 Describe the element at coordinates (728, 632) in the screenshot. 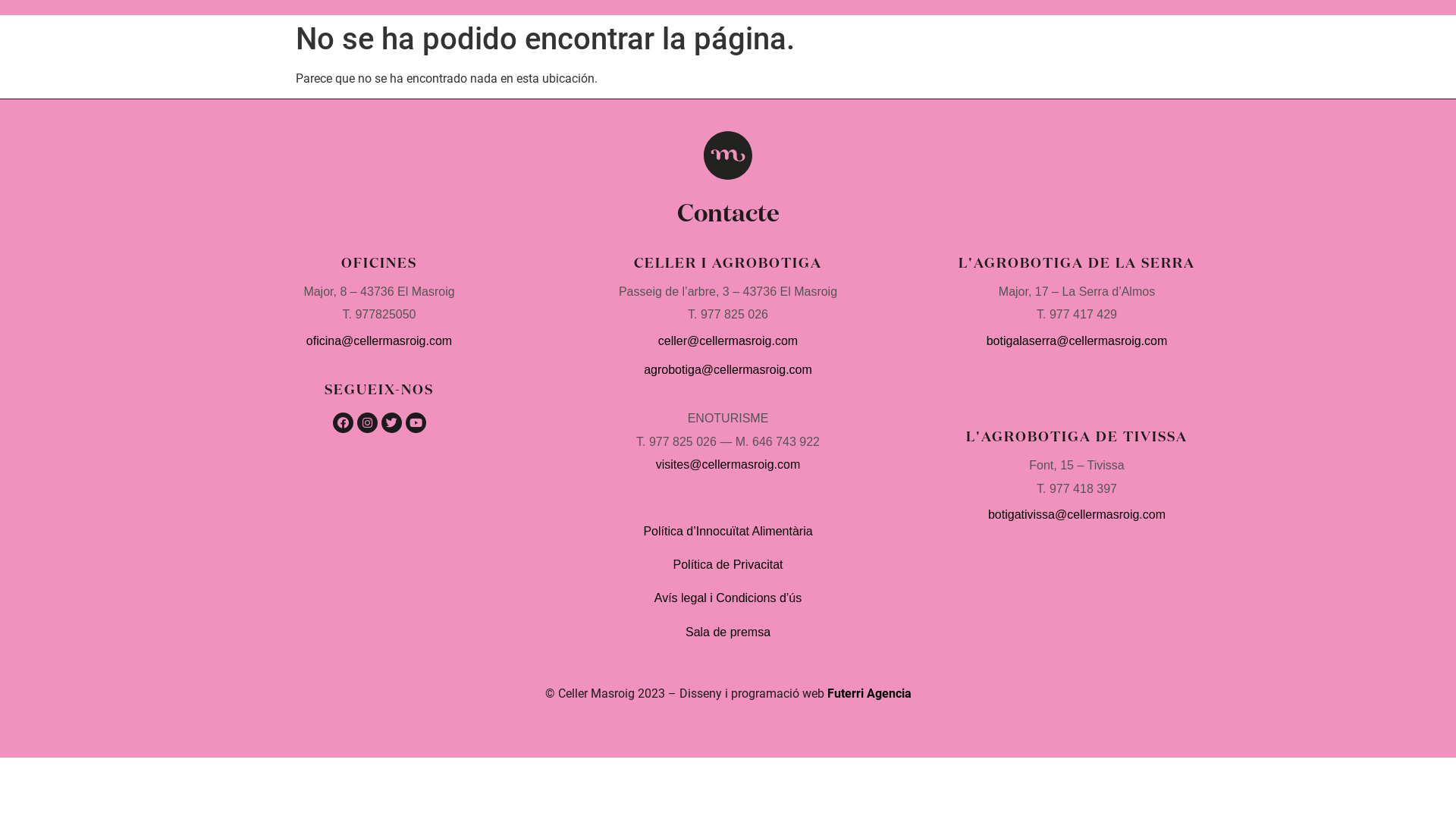

I see `'Sala de premsa'` at that location.